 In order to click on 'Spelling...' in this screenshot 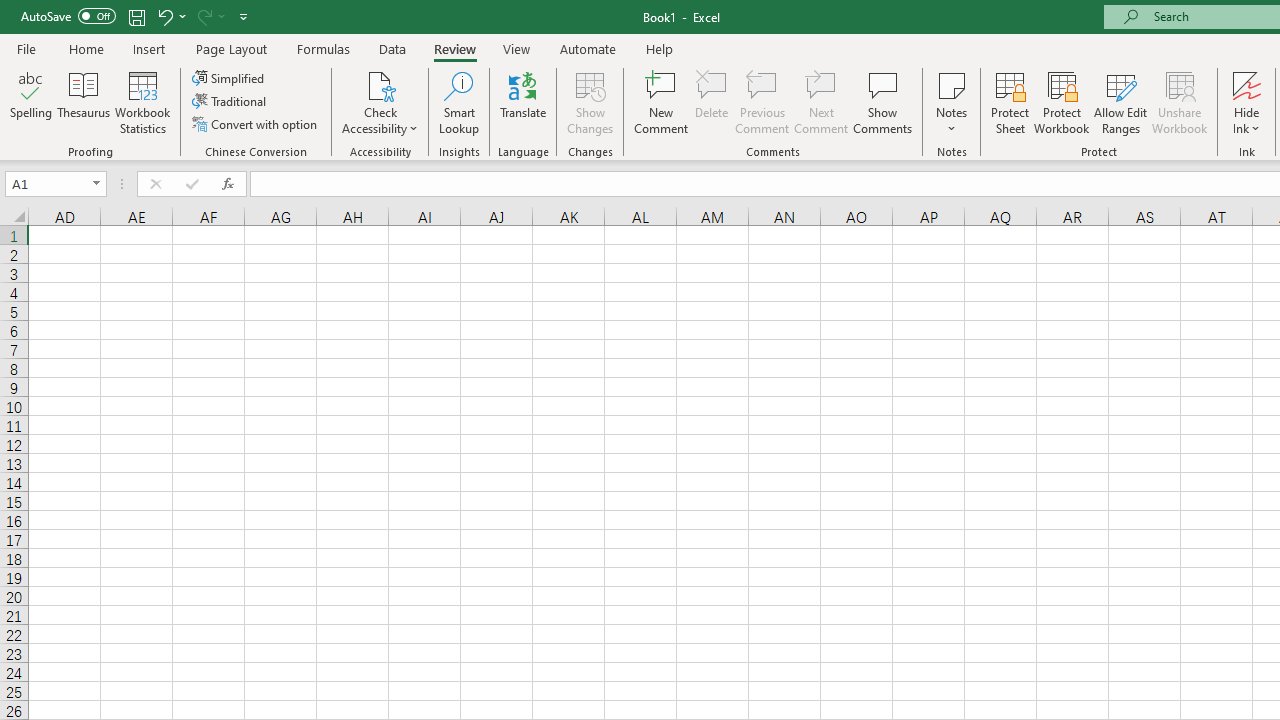, I will do `click(31, 103)`.